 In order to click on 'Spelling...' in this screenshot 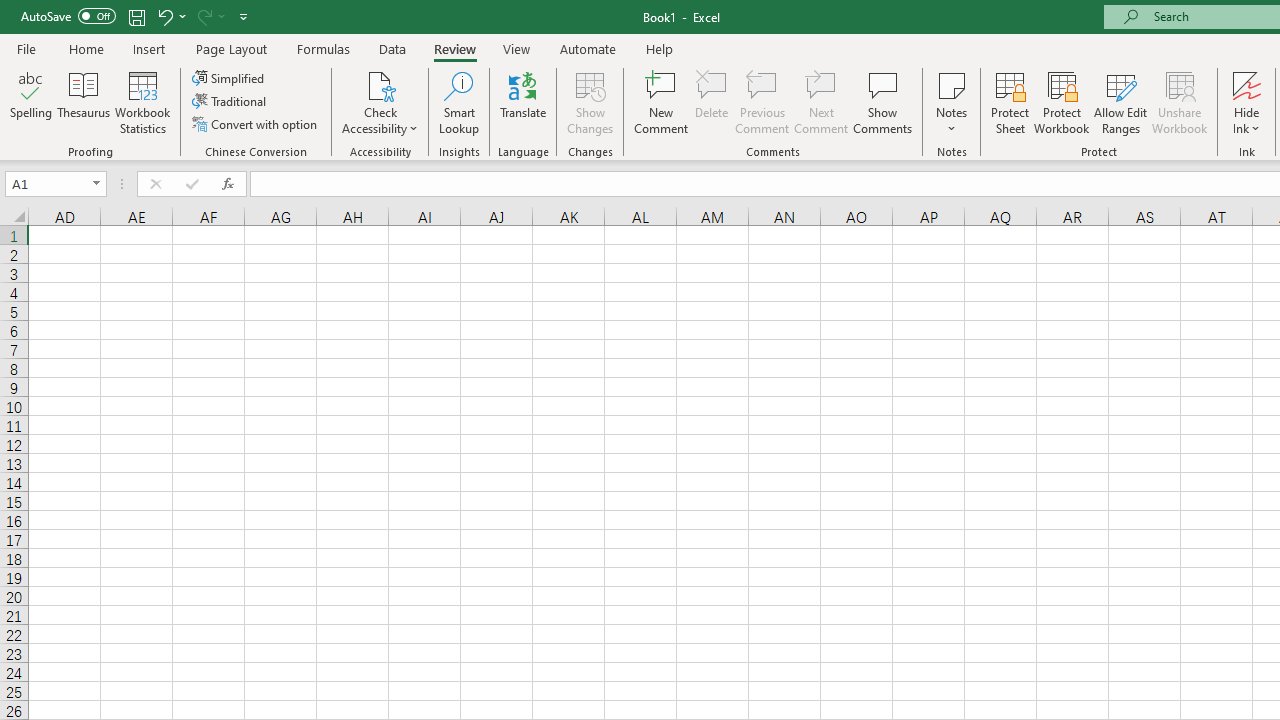, I will do `click(31, 103)`.